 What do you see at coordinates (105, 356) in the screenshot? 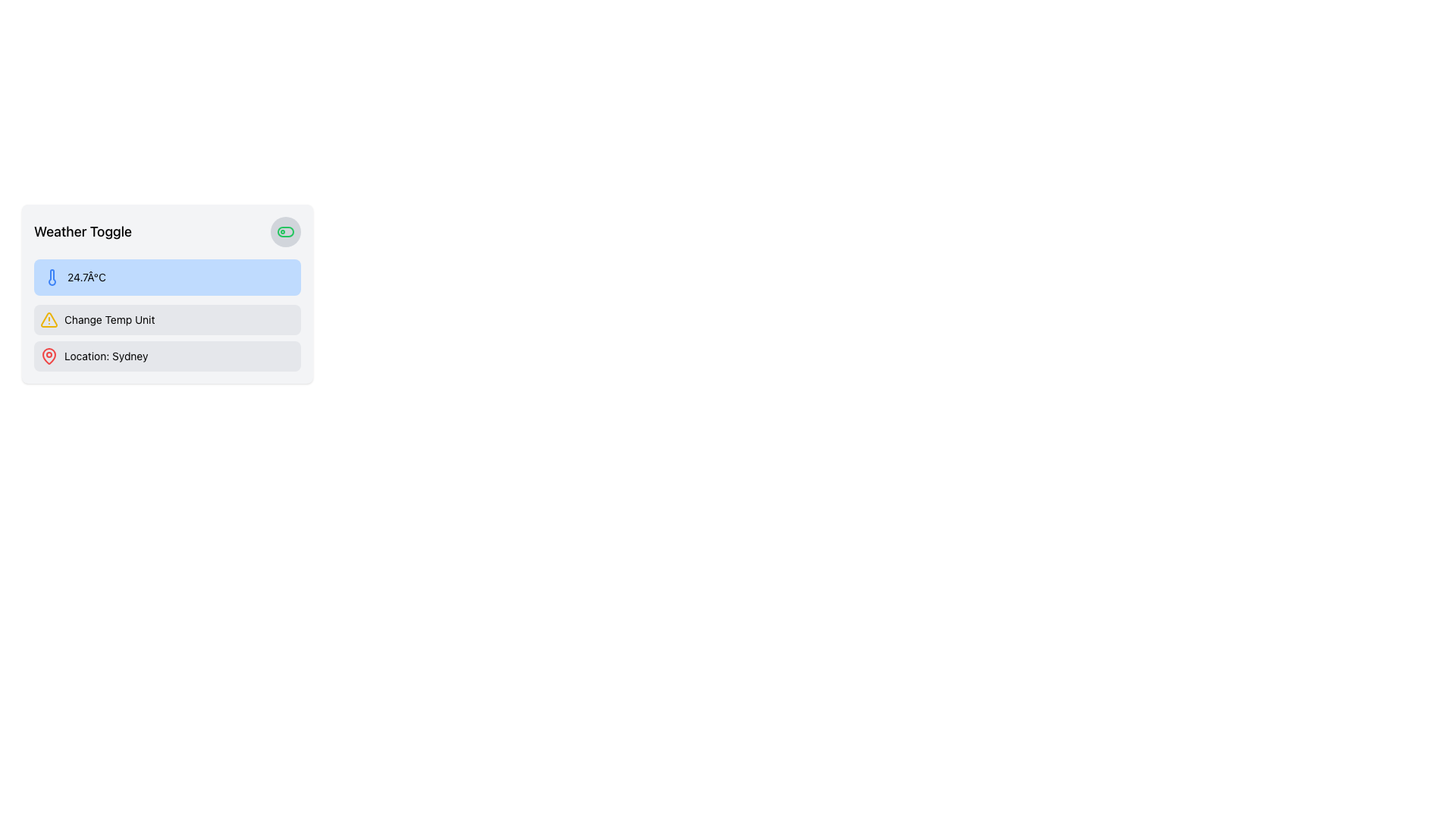
I see `the text label displaying 'Location: Sydney', which is centrally aligned within a weather information box at the bottom of the layout` at bounding box center [105, 356].